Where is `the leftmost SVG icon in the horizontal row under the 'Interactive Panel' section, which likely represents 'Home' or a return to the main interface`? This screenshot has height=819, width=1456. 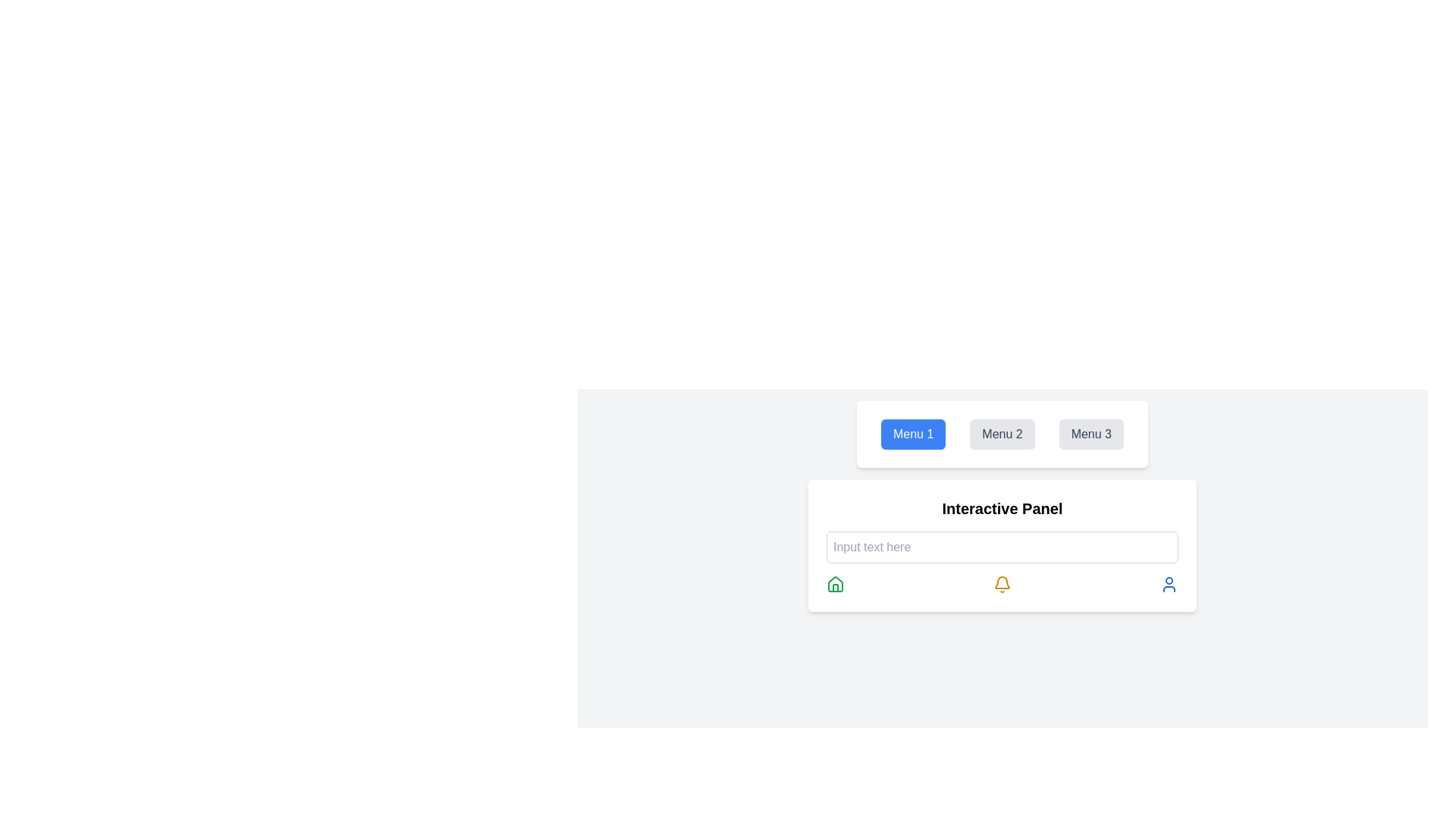 the leftmost SVG icon in the horizontal row under the 'Interactive Panel' section, which likely represents 'Home' or a return to the main interface is located at coordinates (835, 584).